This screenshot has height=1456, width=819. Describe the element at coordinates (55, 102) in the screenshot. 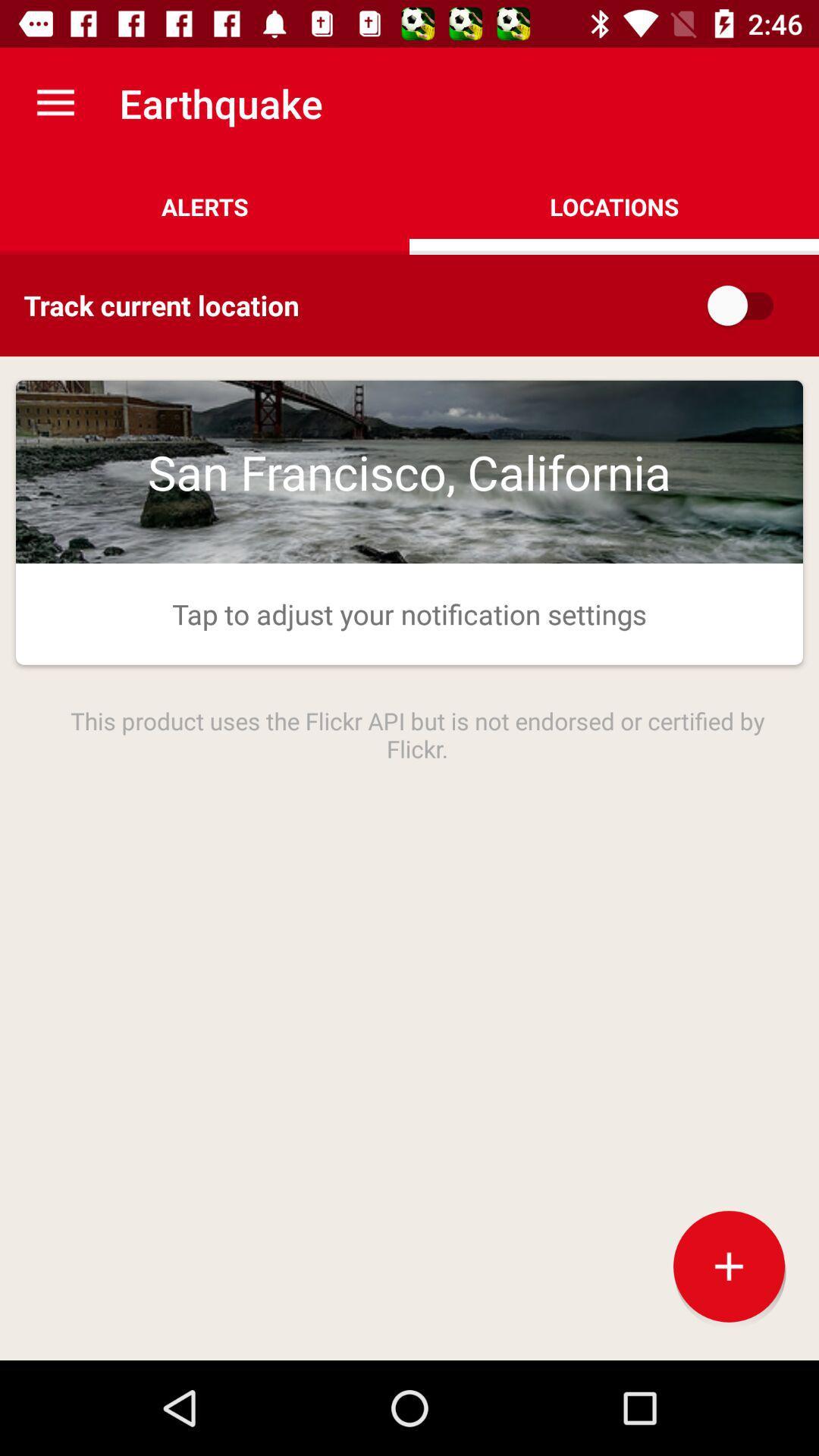

I see `the item to the left of the earthquake item` at that location.